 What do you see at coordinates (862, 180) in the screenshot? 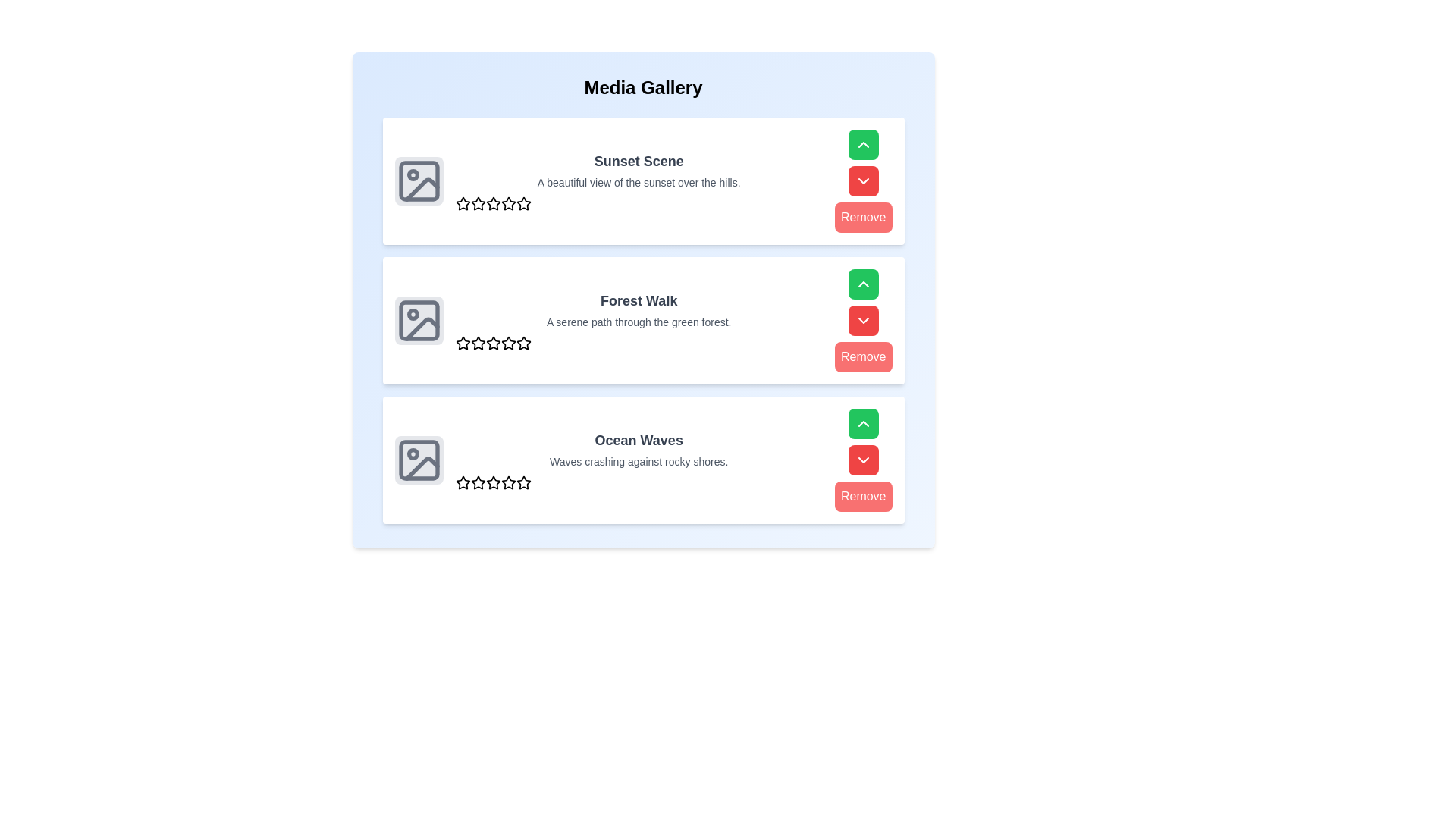
I see `'down' button associated with the media item 'Sunset Scene' to decrease its rating` at bounding box center [862, 180].